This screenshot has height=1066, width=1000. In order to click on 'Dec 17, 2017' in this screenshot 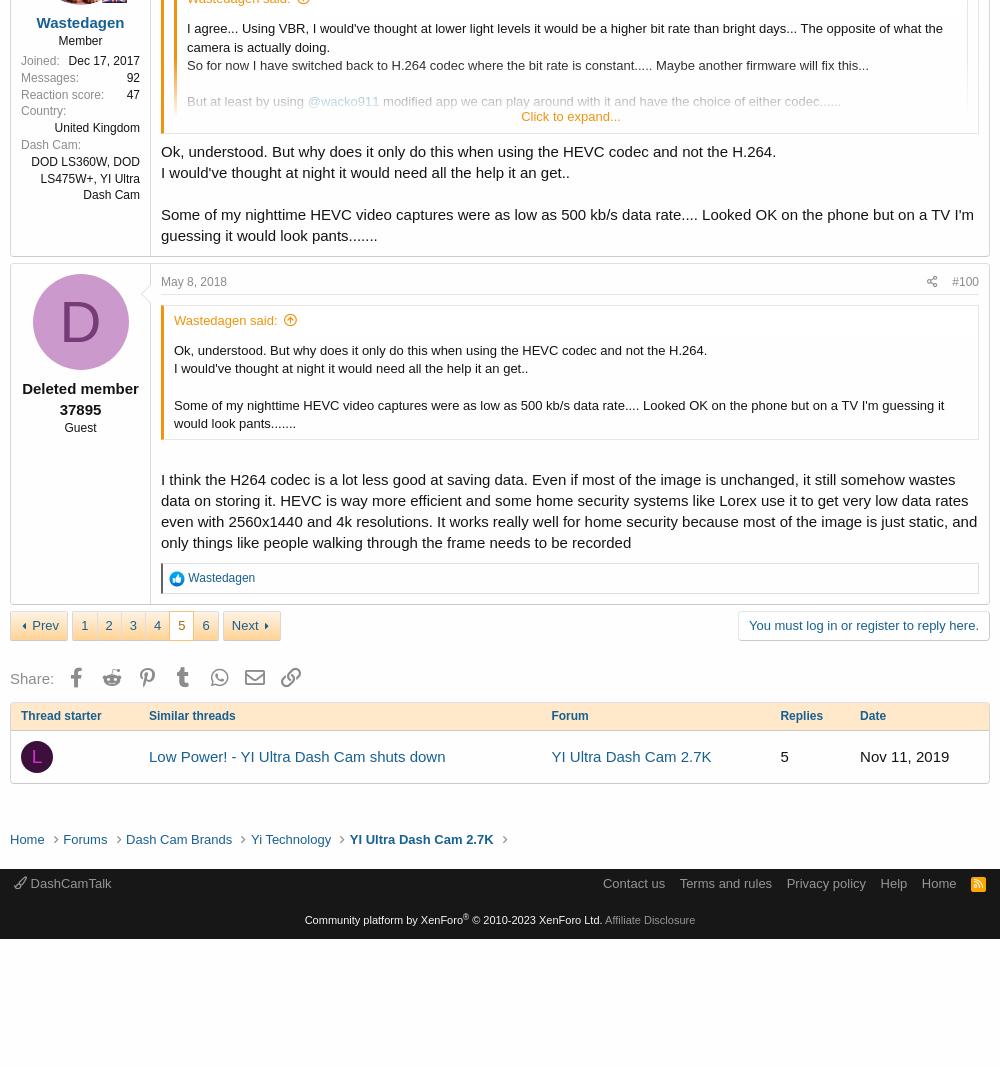, I will do `click(103, 59)`.